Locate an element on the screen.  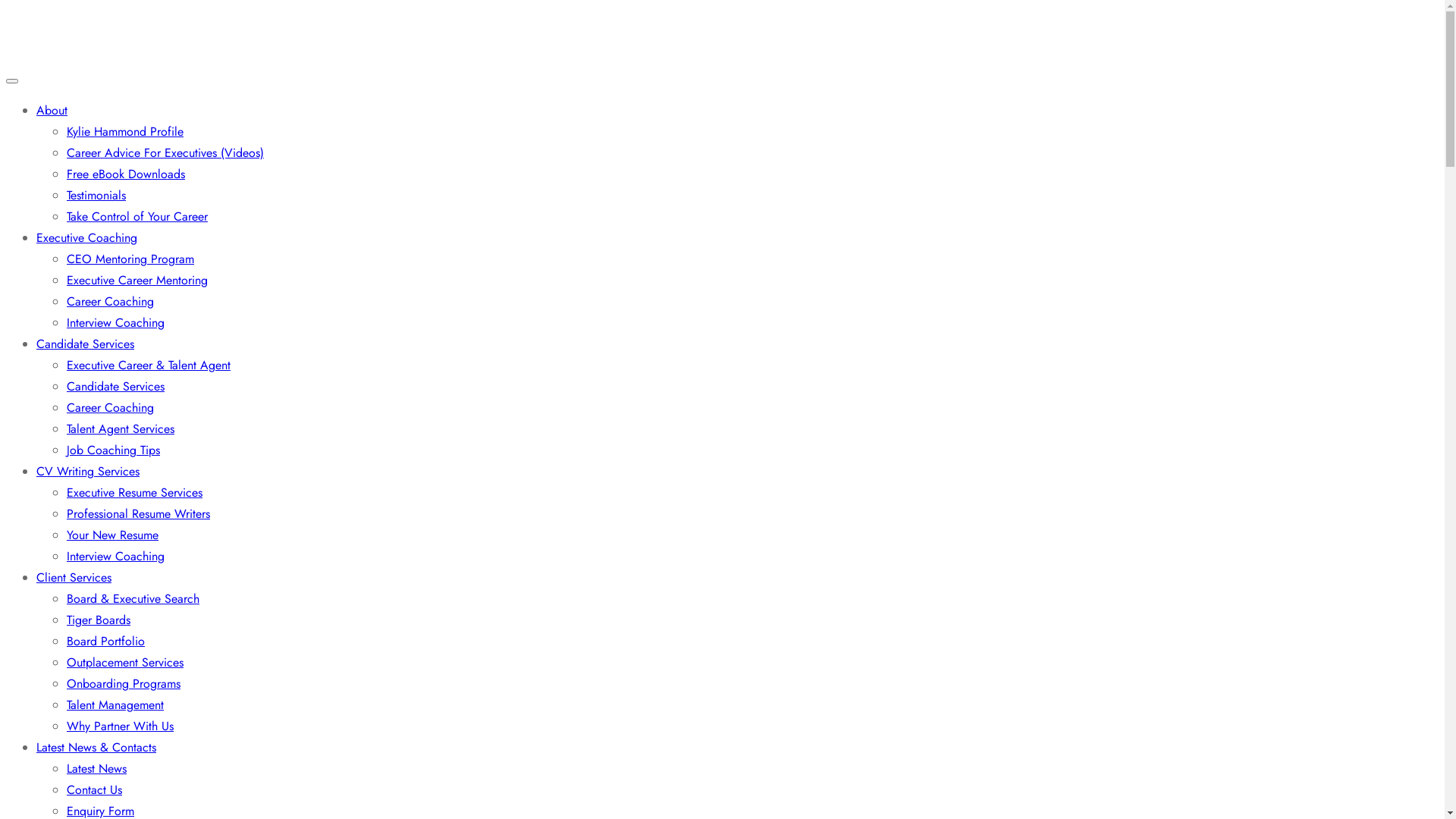
'Executive Resume Services' is located at coordinates (65, 492).